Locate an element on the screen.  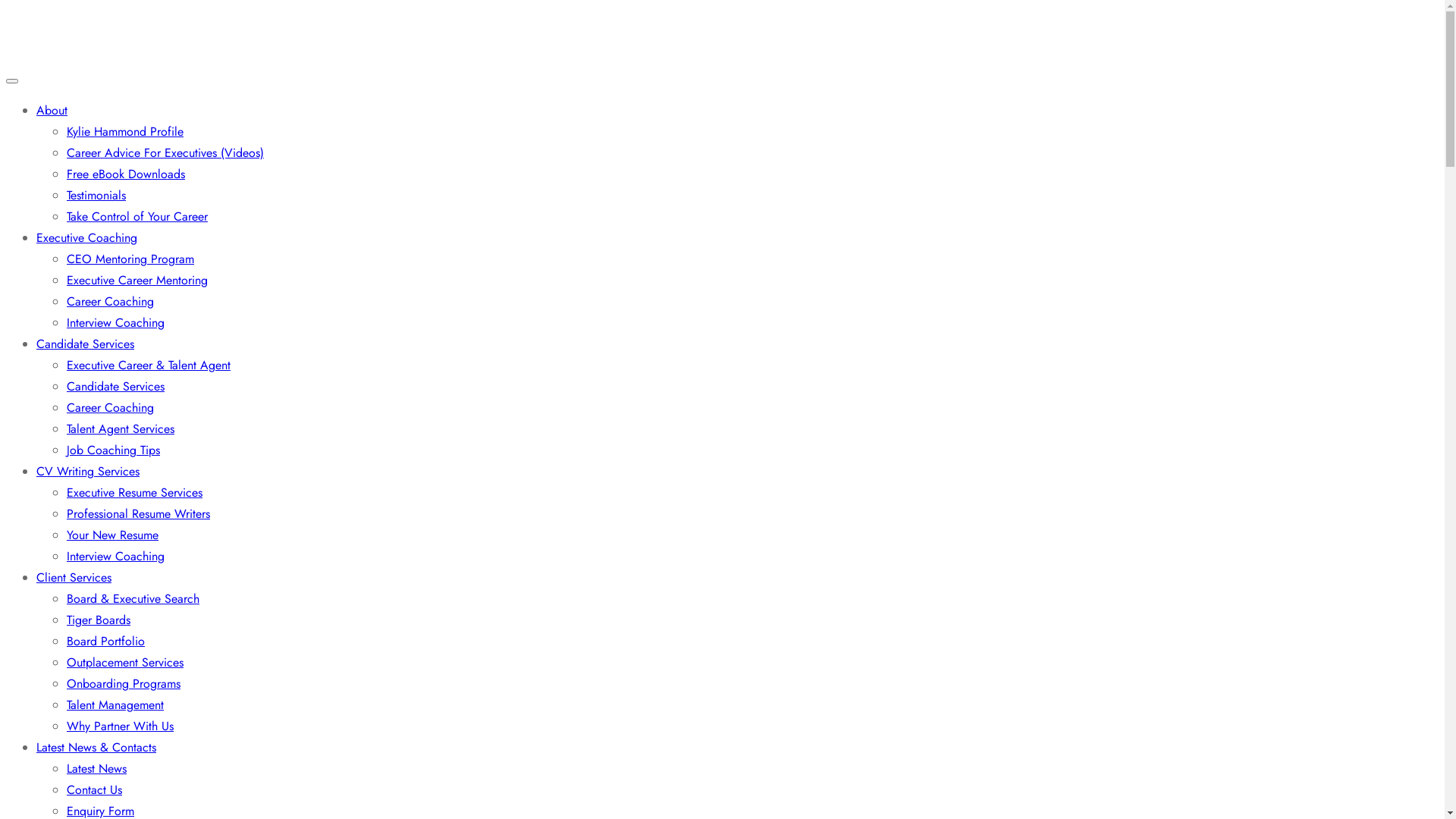
'Executive Resume Services' is located at coordinates (65, 492).